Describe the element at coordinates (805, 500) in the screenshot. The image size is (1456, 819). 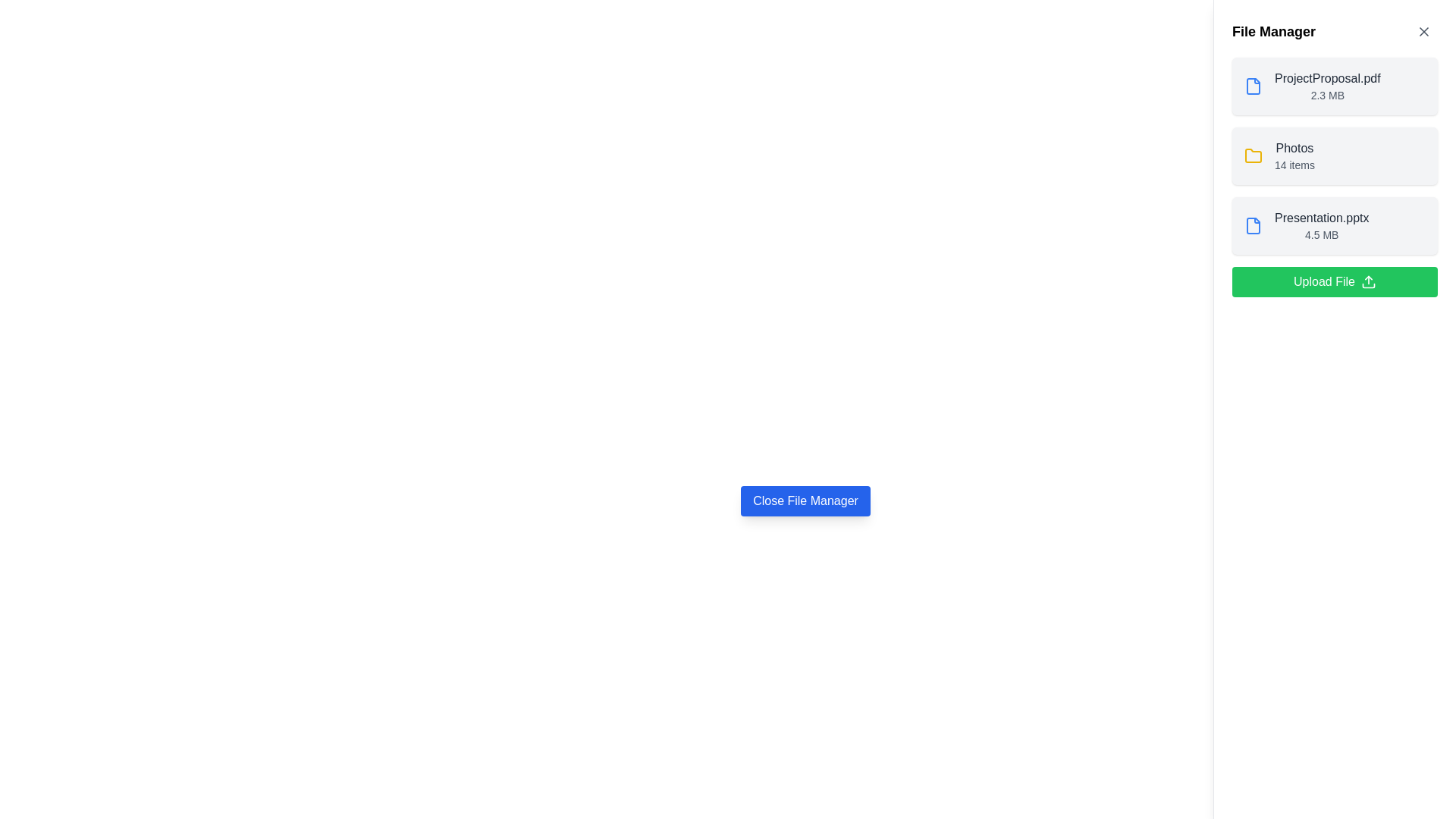
I see `the close button located at the bottom center of the file manager interface` at that location.